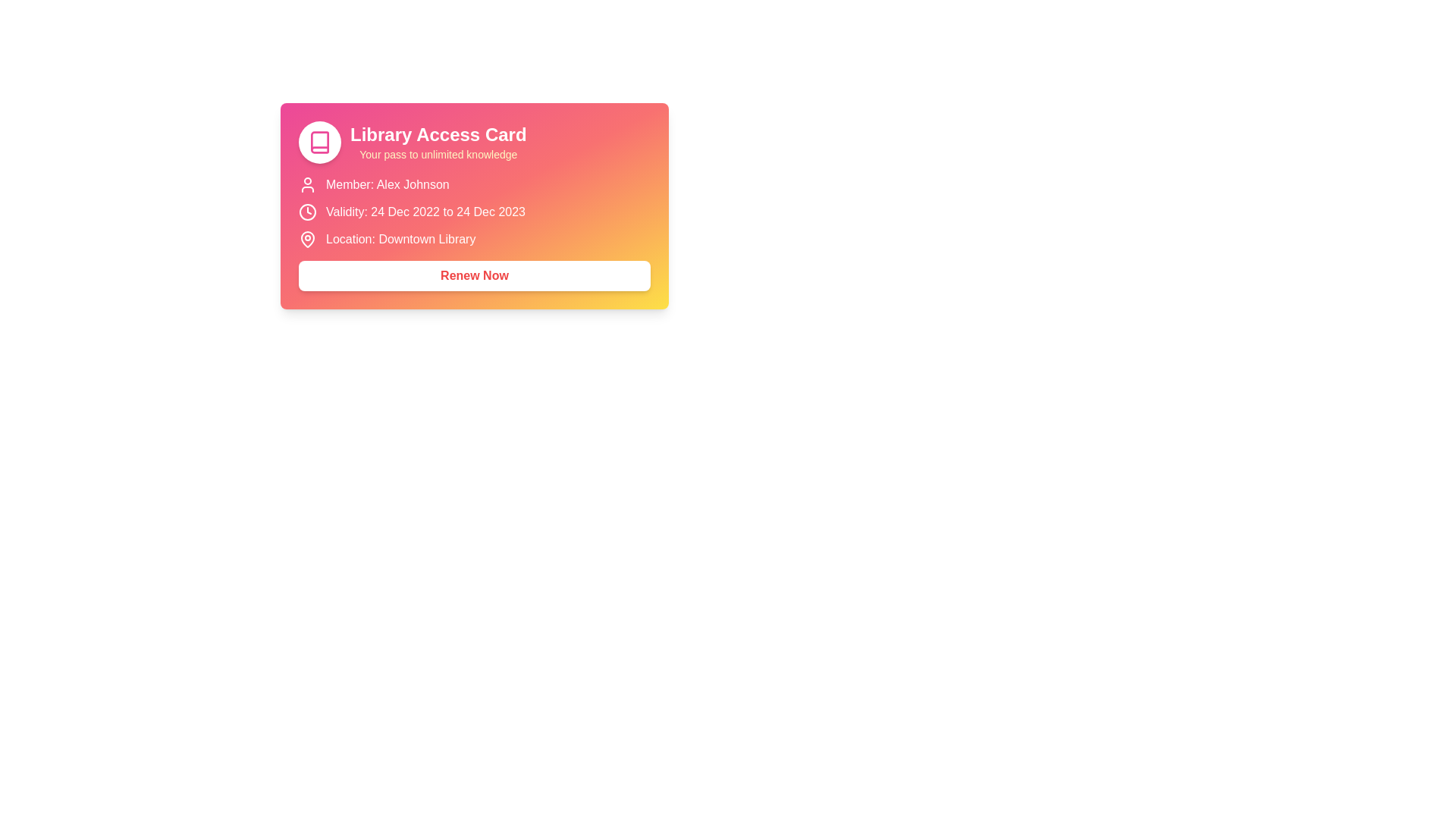  Describe the element at coordinates (307, 239) in the screenshot. I see `the decorative map pin icon located at the bottom of the informational card labeled 'Location: Downtown Library'` at that location.